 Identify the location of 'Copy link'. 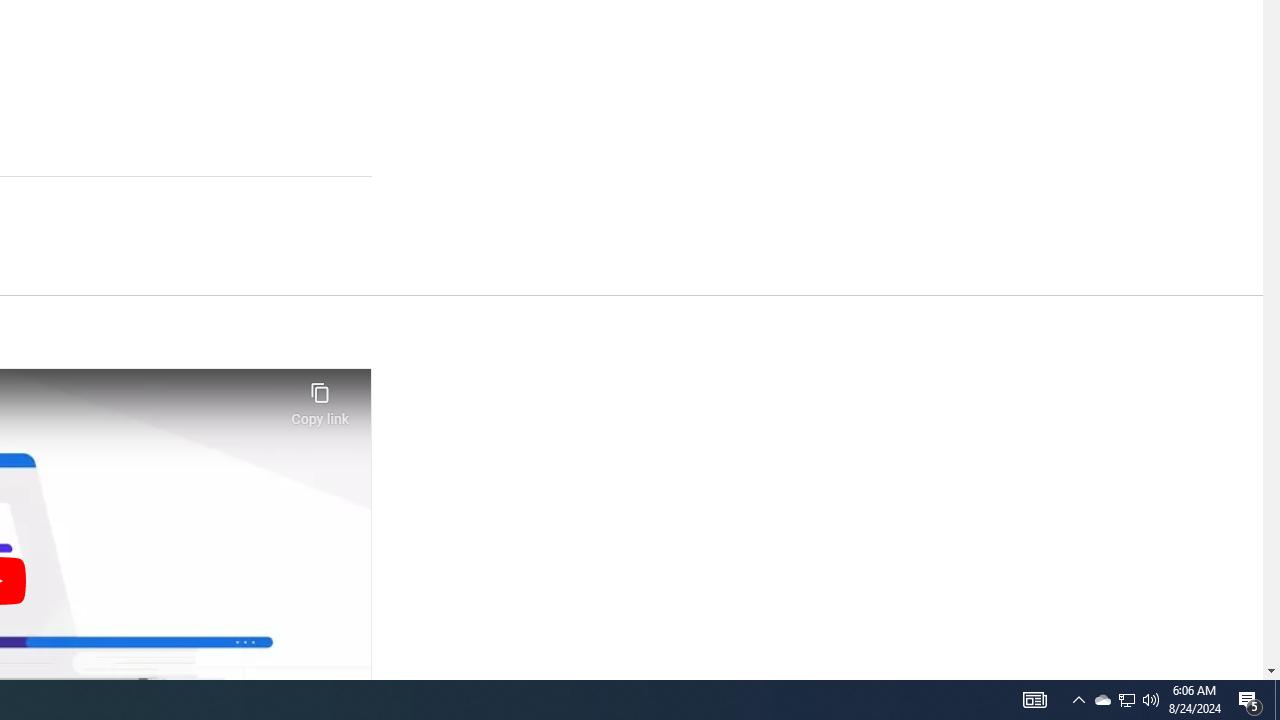
(320, 398).